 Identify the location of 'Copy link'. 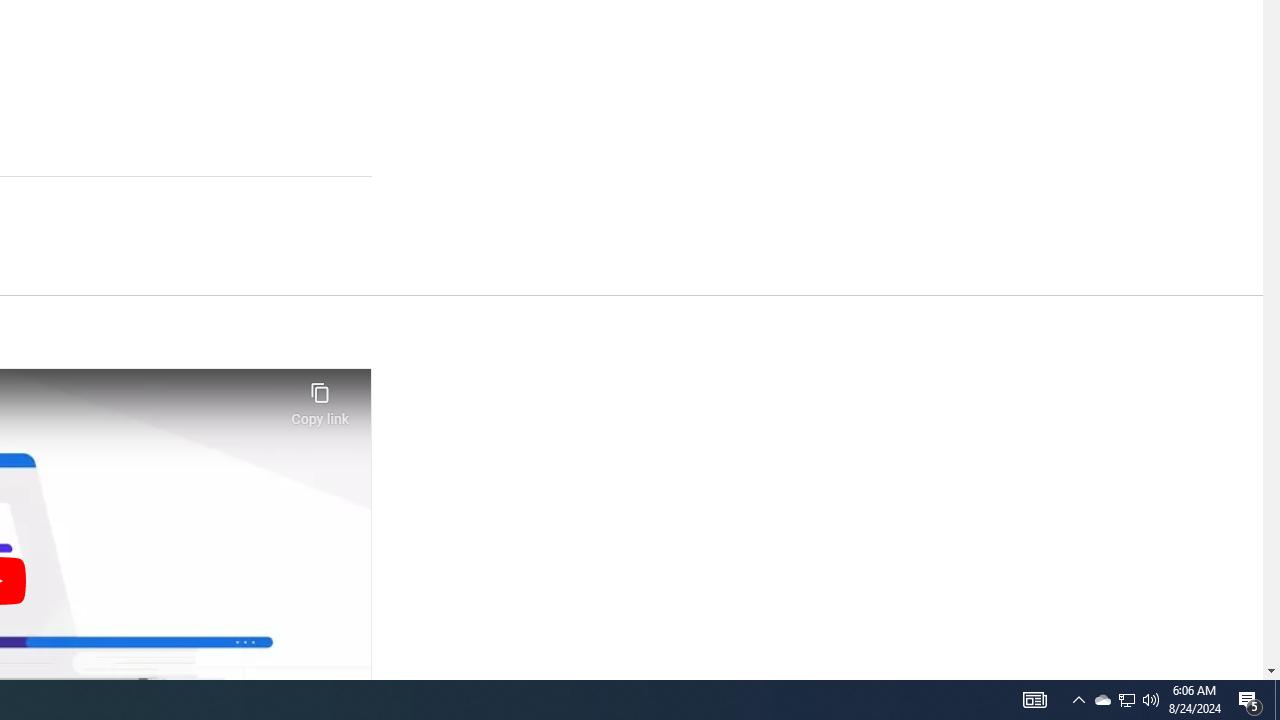
(320, 398).